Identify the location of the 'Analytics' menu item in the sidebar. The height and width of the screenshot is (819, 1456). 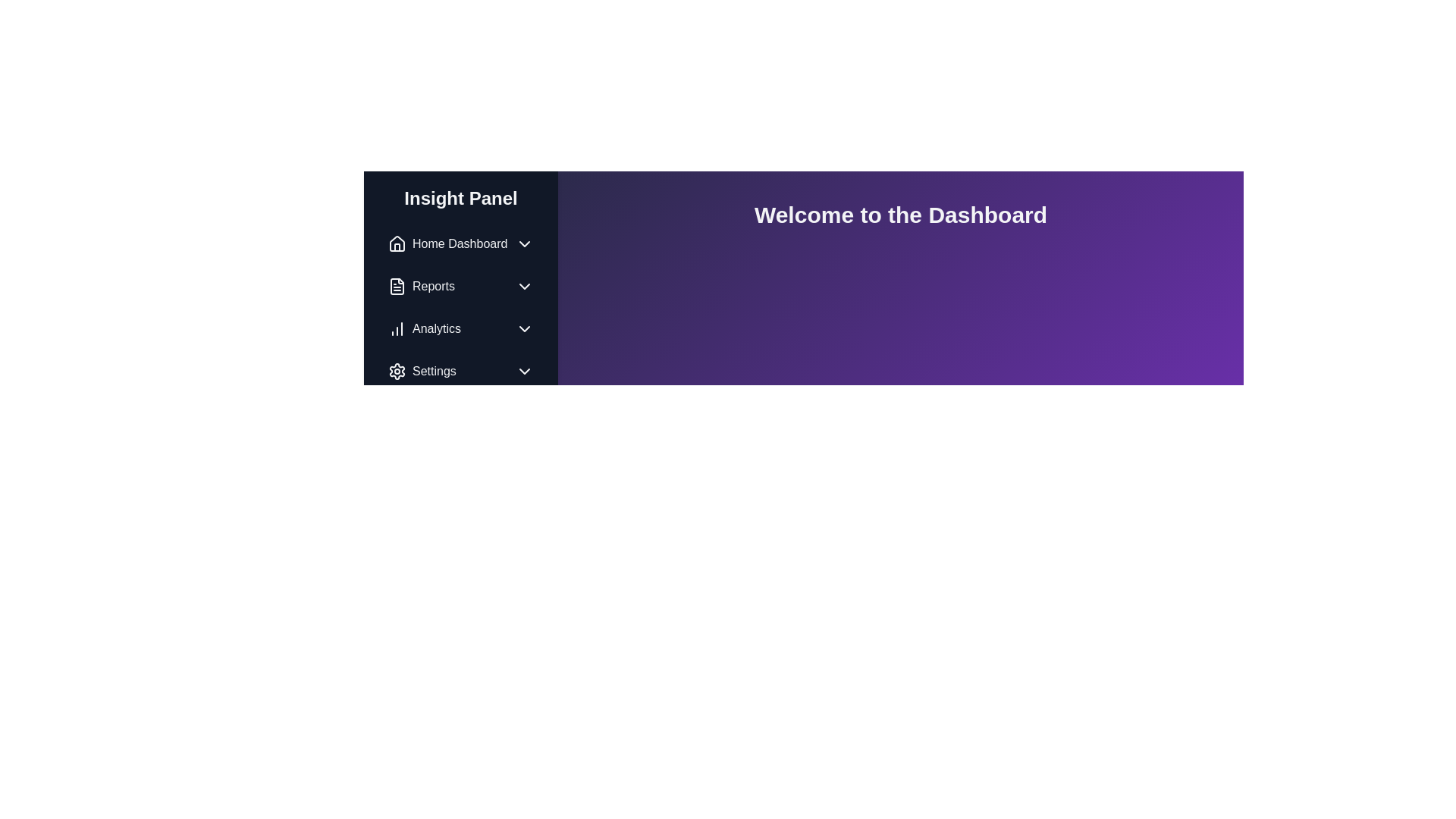
(425, 328).